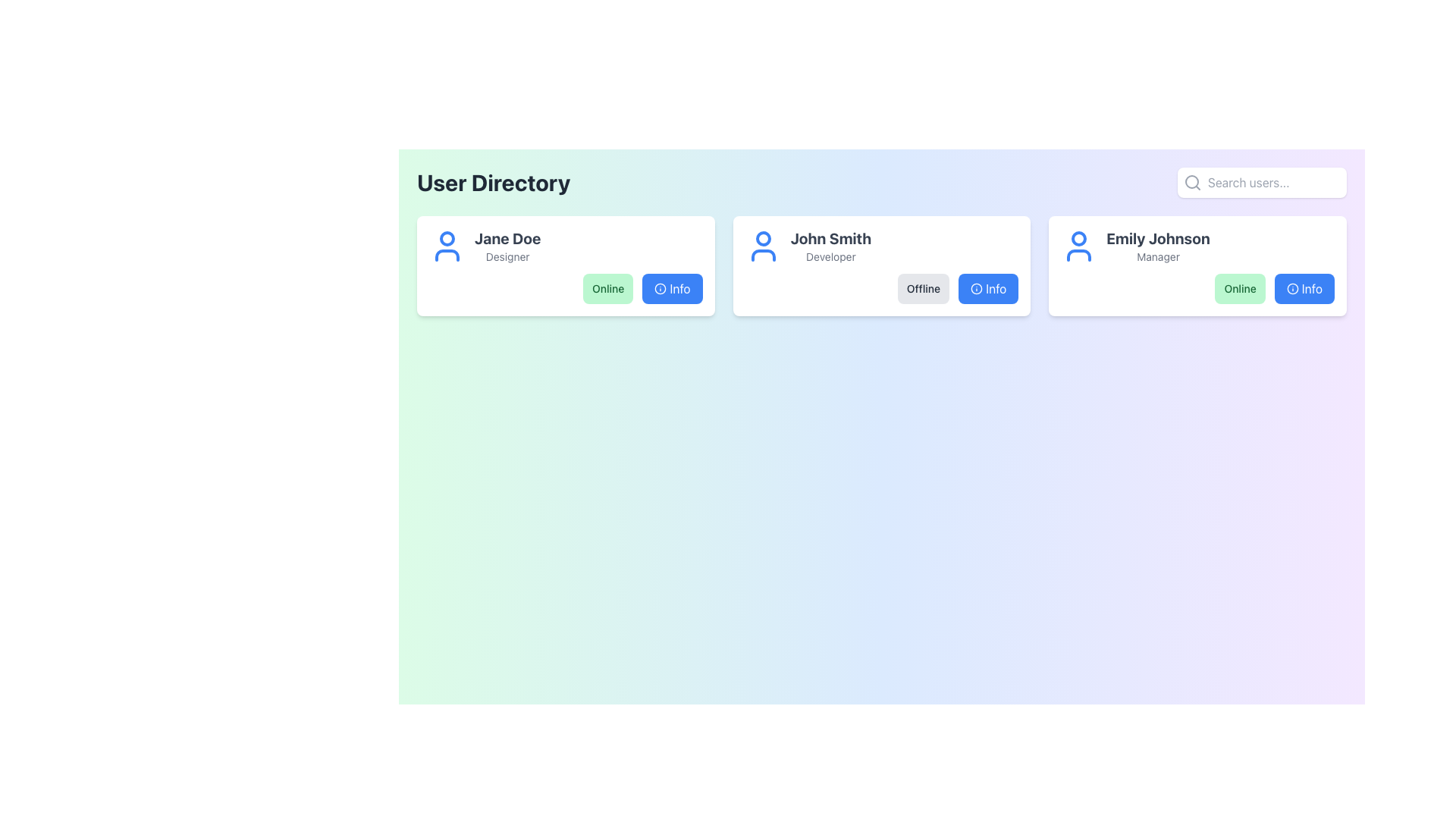 The height and width of the screenshot is (819, 1456). Describe the element at coordinates (1157, 245) in the screenshot. I see `text displayed in the Text Display element, which shows 'Emily Johnson' and 'Manager' in the upper-right area of the user directory card` at that location.